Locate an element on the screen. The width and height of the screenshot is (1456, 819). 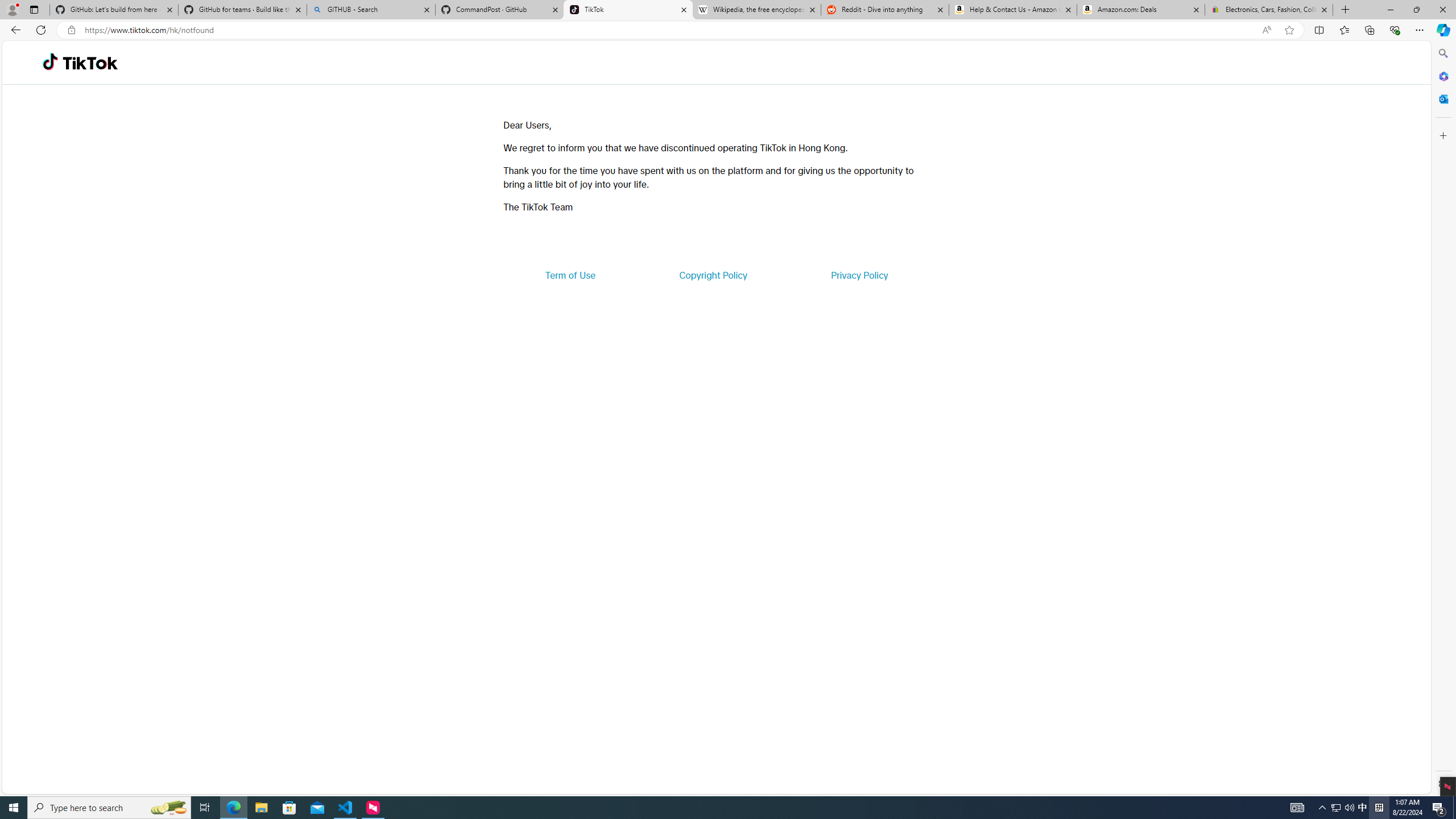
'Amazon.com: Deals' is located at coordinates (1140, 9).